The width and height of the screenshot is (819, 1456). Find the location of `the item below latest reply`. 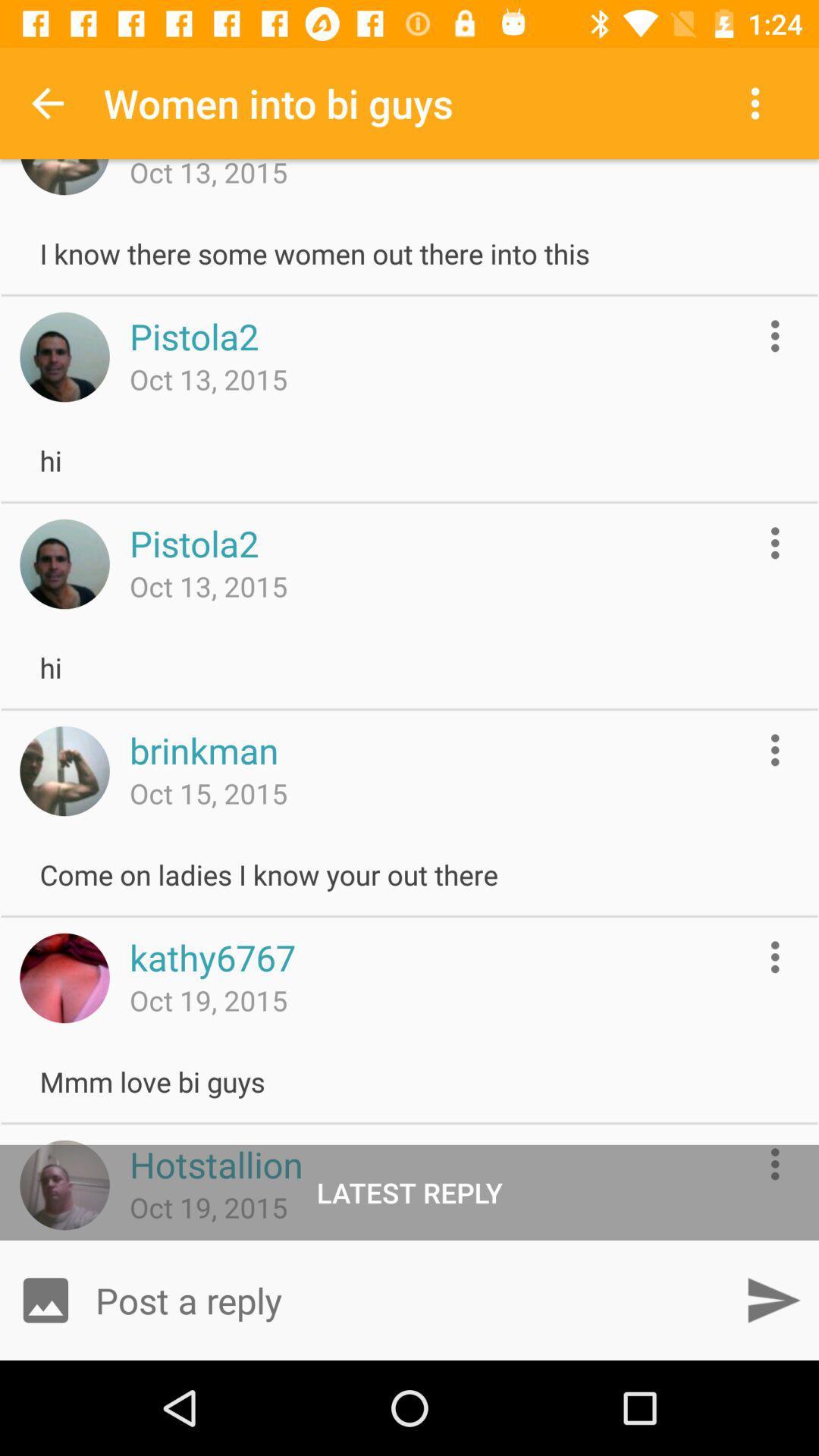

the item below latest reply is located at coordinates (773, 1299).